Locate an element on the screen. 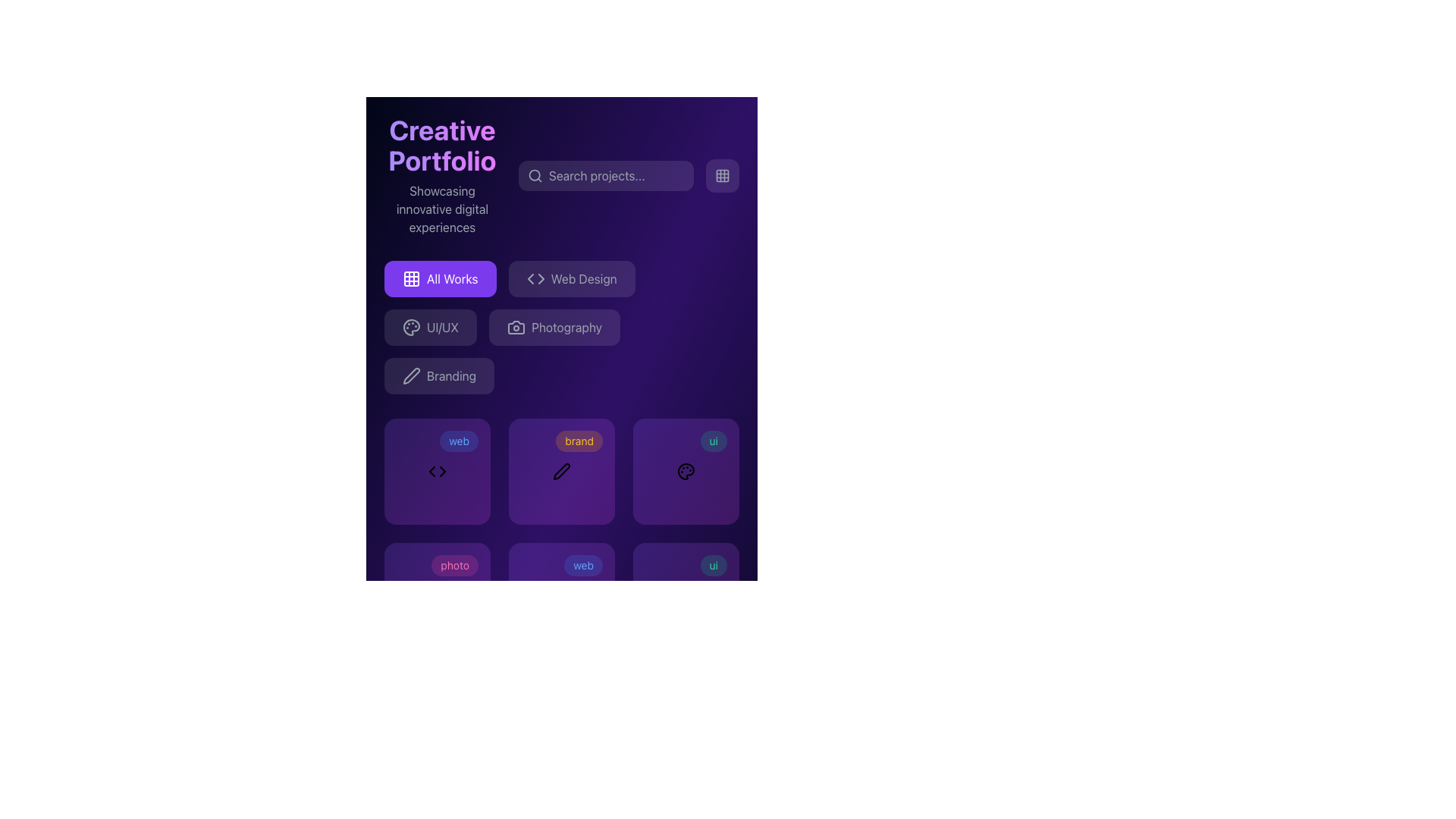  the palette icon located in the bottom right quadrant of the user interface, which represents a color-related function is located at coordinates (686, 470).